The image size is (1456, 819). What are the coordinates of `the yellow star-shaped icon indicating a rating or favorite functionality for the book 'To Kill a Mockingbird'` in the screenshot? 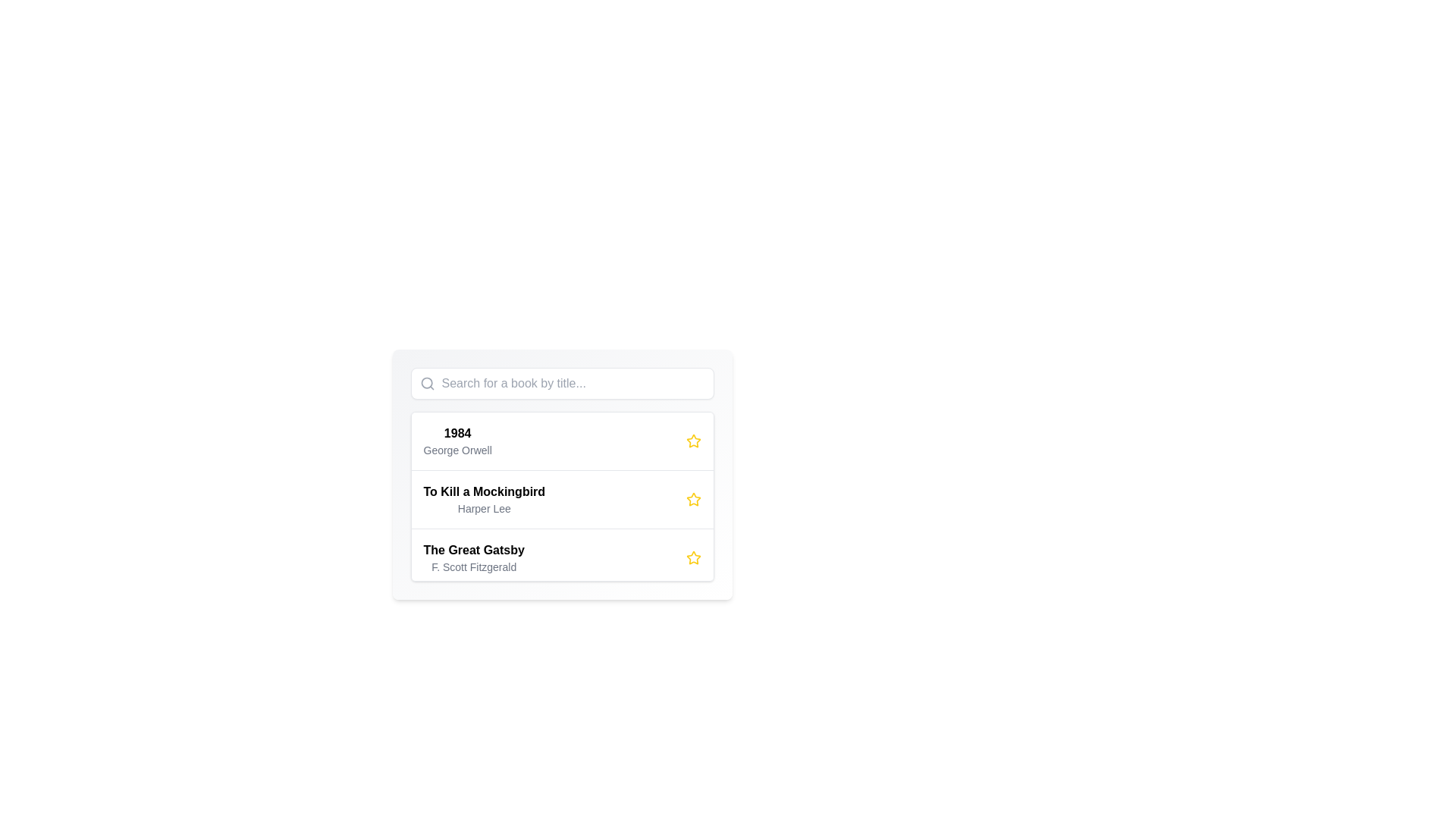 It's located at (692, 499).